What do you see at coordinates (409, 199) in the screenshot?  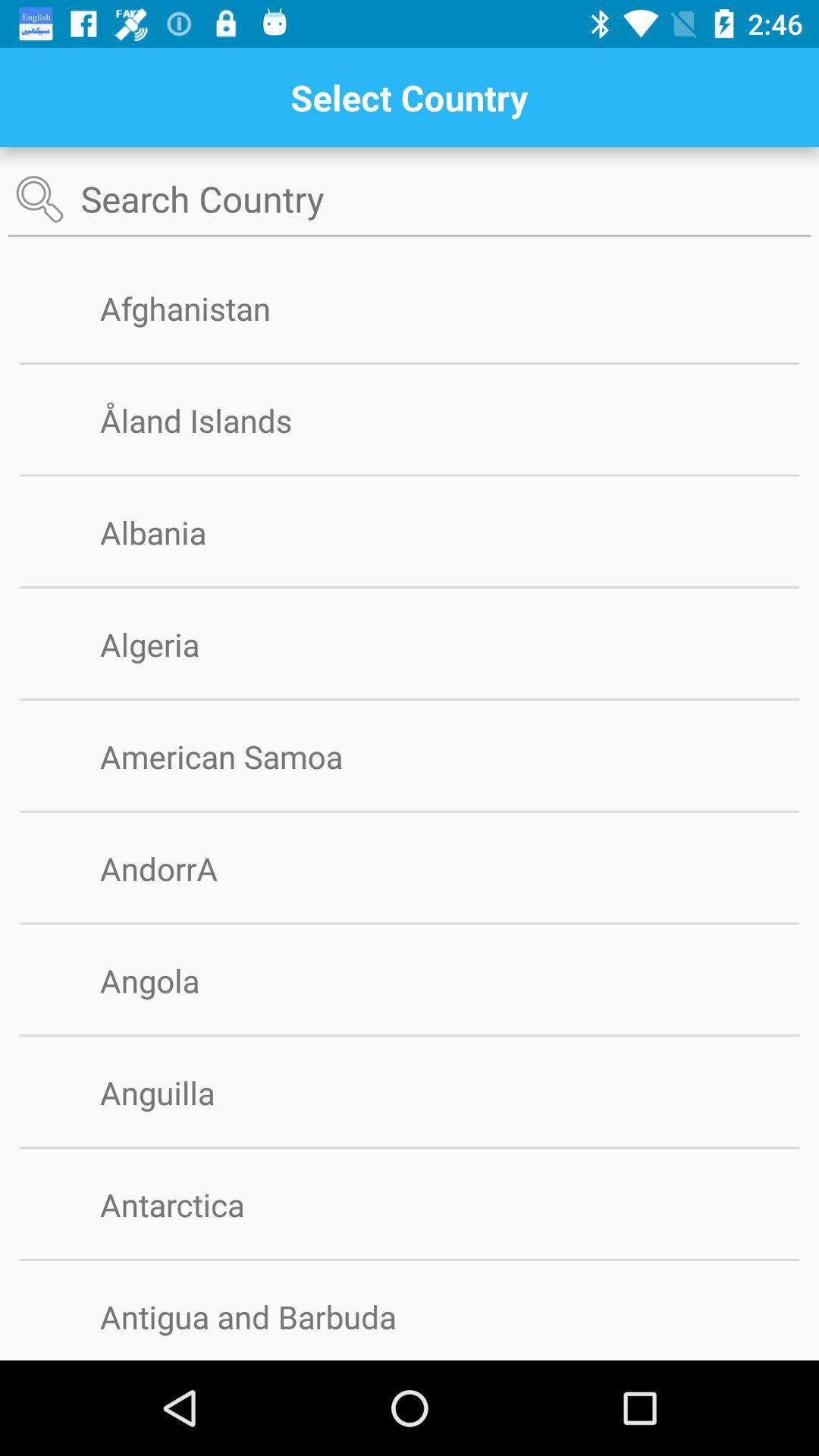 I see `search text box` at bounding box center [409, 199].